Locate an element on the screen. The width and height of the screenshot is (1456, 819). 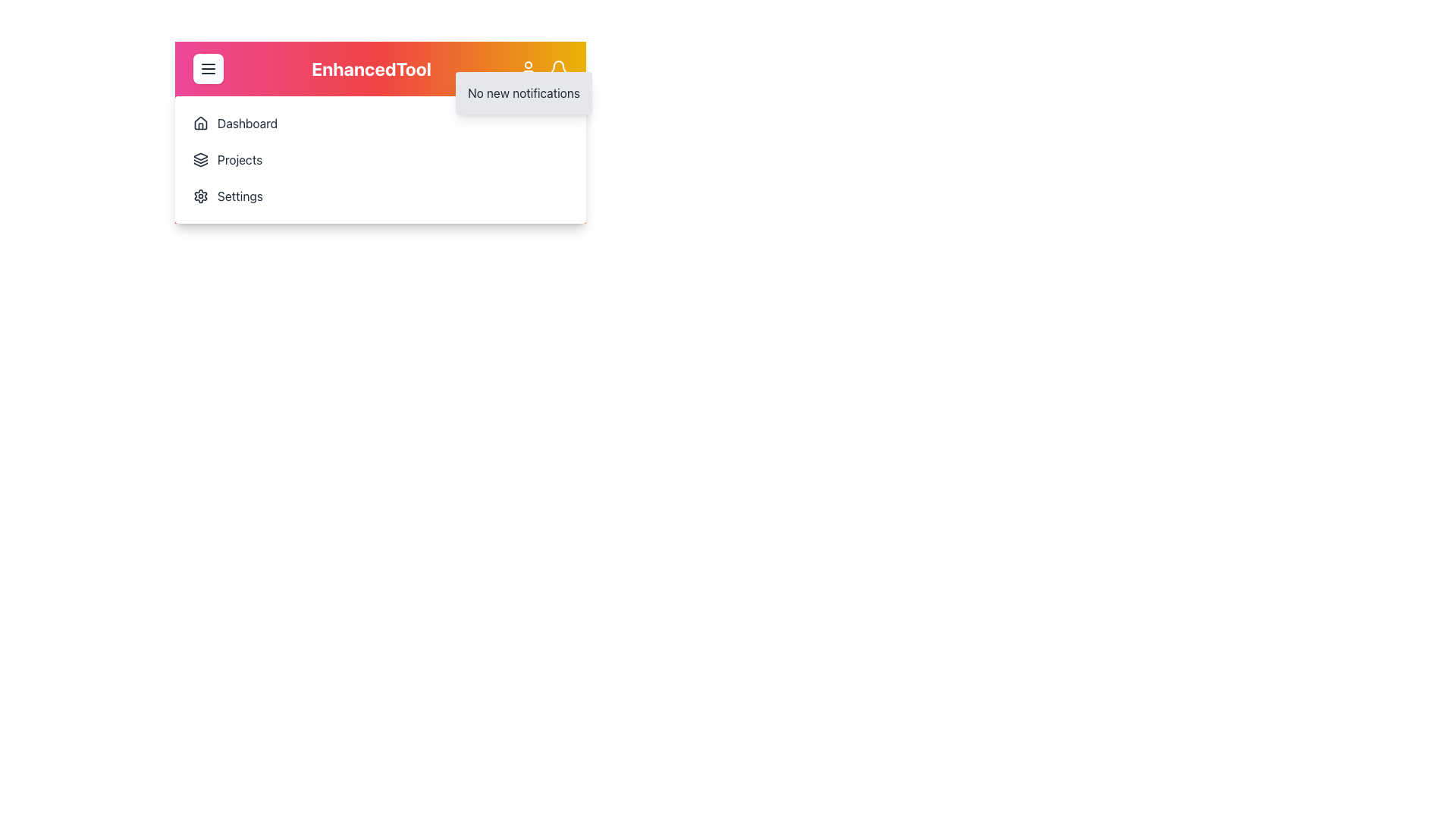
the 'Dashboard' label, which displays the word 'Dashboard' in black text and is positioned immediately to the right of the house icon in the navigation menu is located at coordinates (247, 122).